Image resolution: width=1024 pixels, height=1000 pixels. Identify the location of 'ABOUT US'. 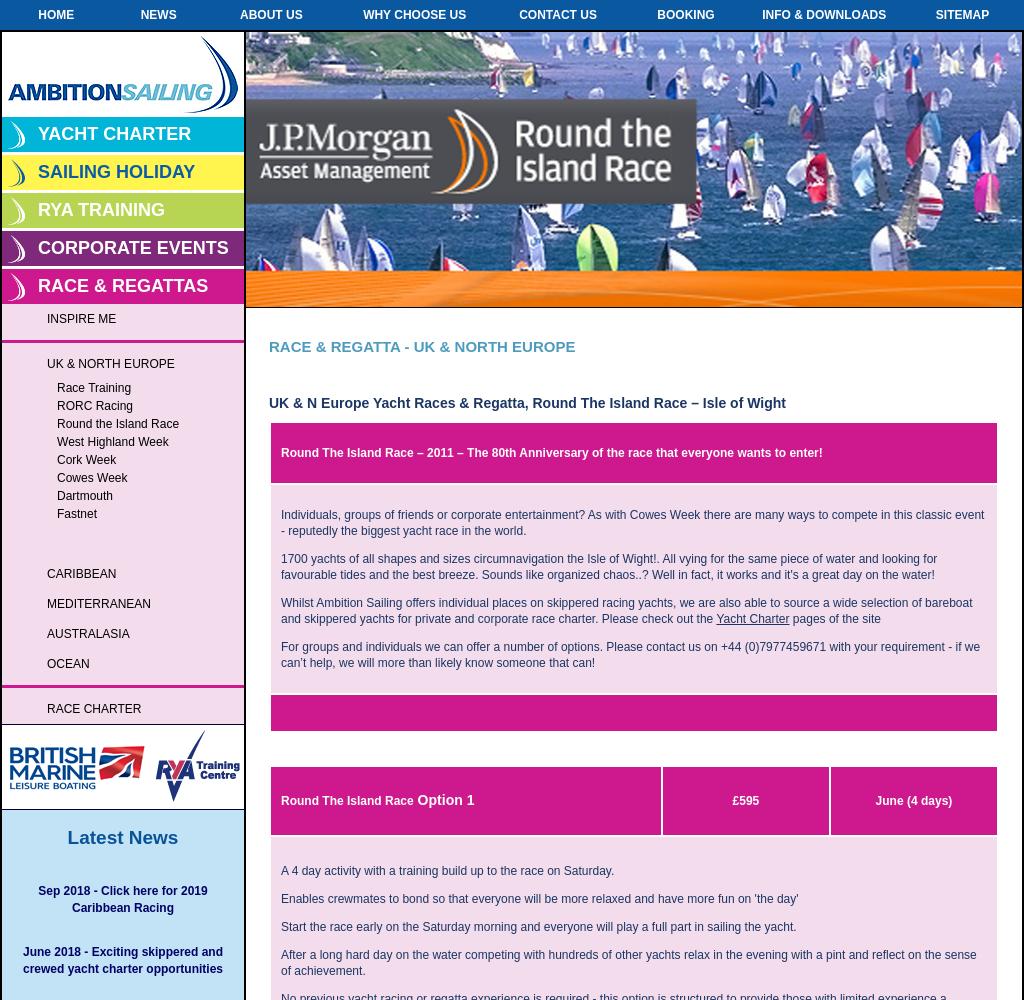
(270, 15).